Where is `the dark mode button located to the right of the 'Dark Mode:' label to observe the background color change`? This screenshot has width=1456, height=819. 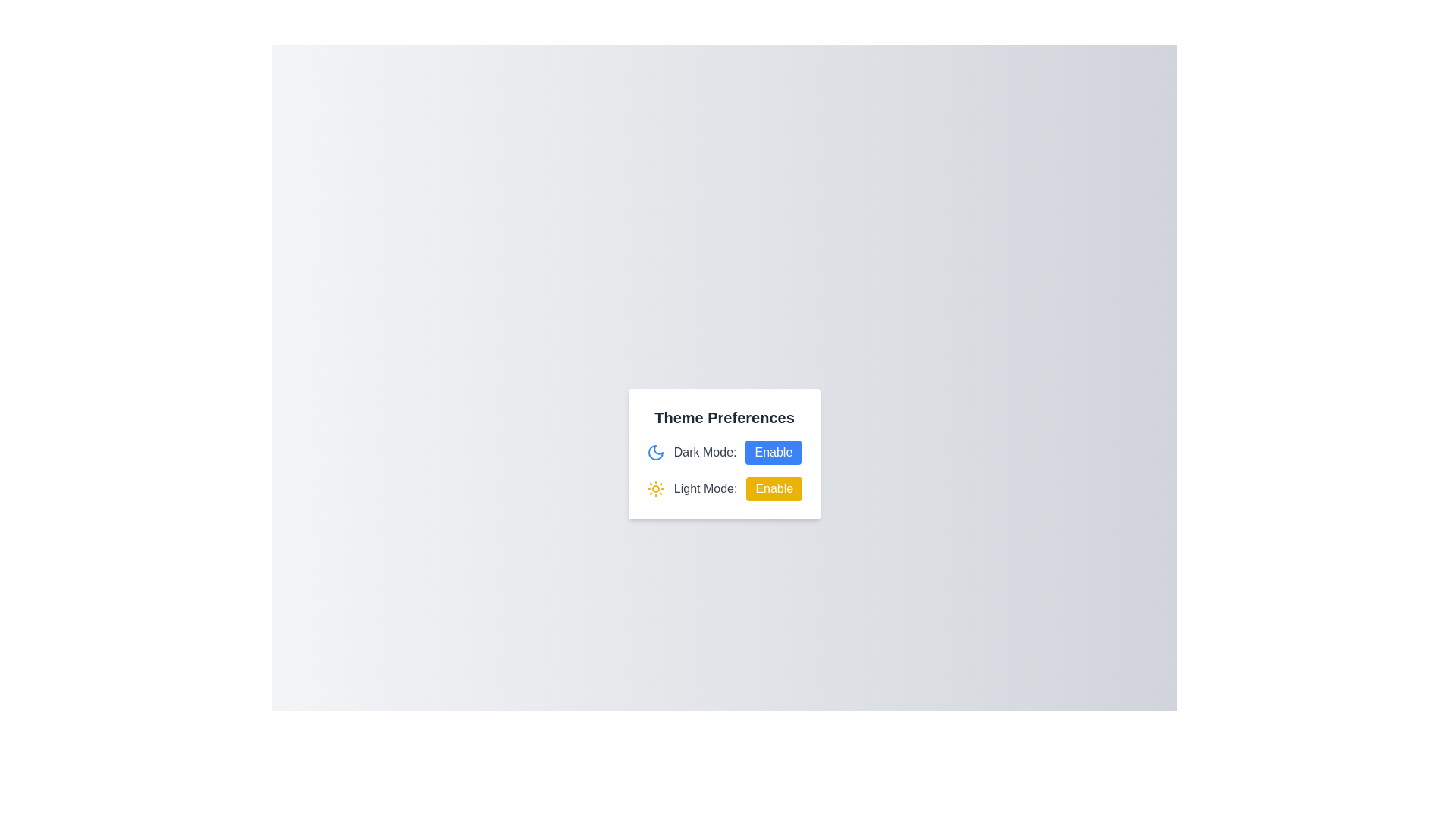
the dark mode button located to the right of the 'Dark Mode:' label to observe the background color change is located at coordinates (773, 452).